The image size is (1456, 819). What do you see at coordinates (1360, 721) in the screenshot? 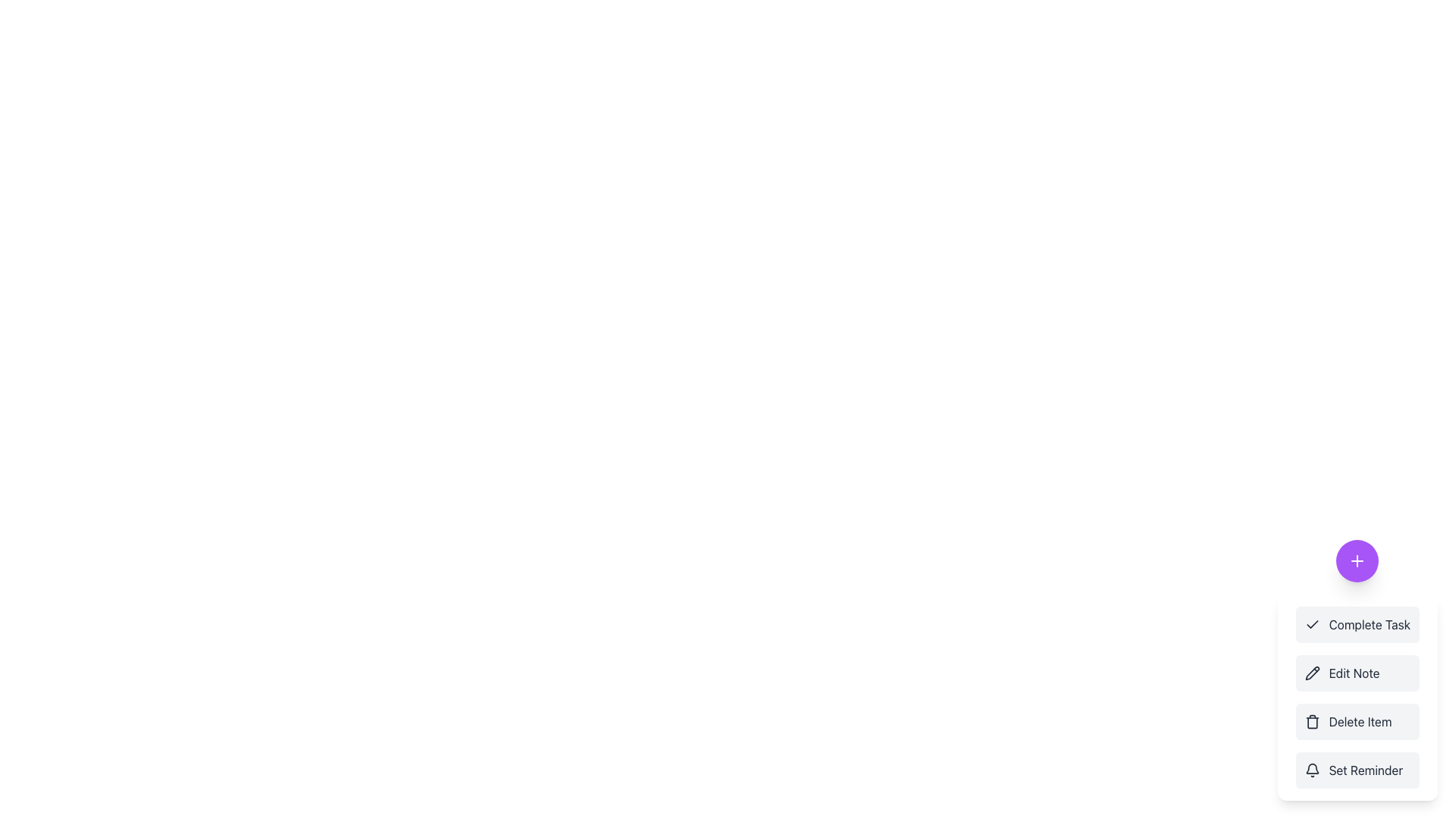
I see `the 'Delete Item' text label, which is styled in bold font and positioned to the right of a trash bin icon` at bounding box center [1360, 721].